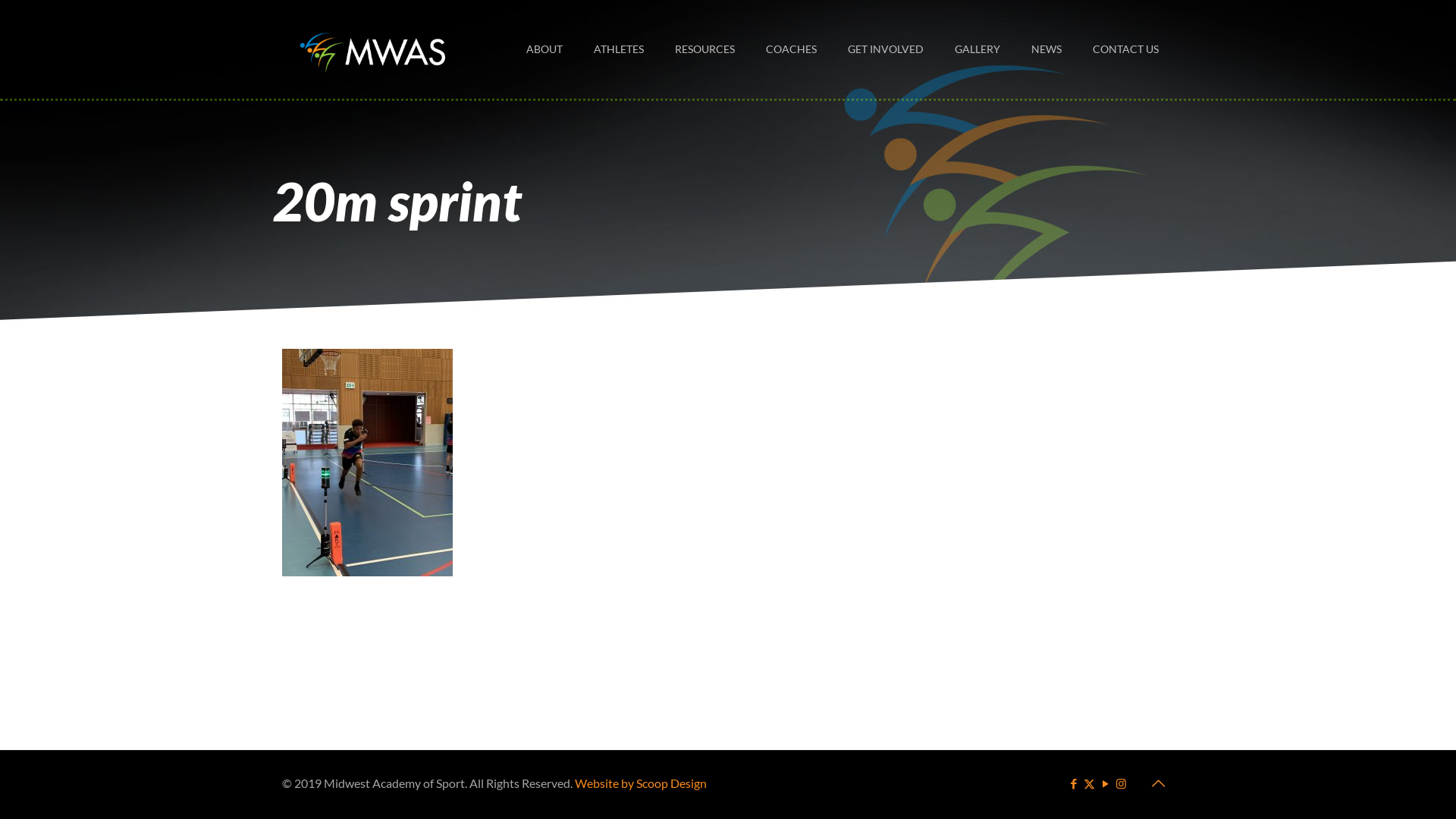 The image size is (1456, 819). Describe the element at coordinates (1066, 783) in the screenshot. I see `'Facebook'` at that location.